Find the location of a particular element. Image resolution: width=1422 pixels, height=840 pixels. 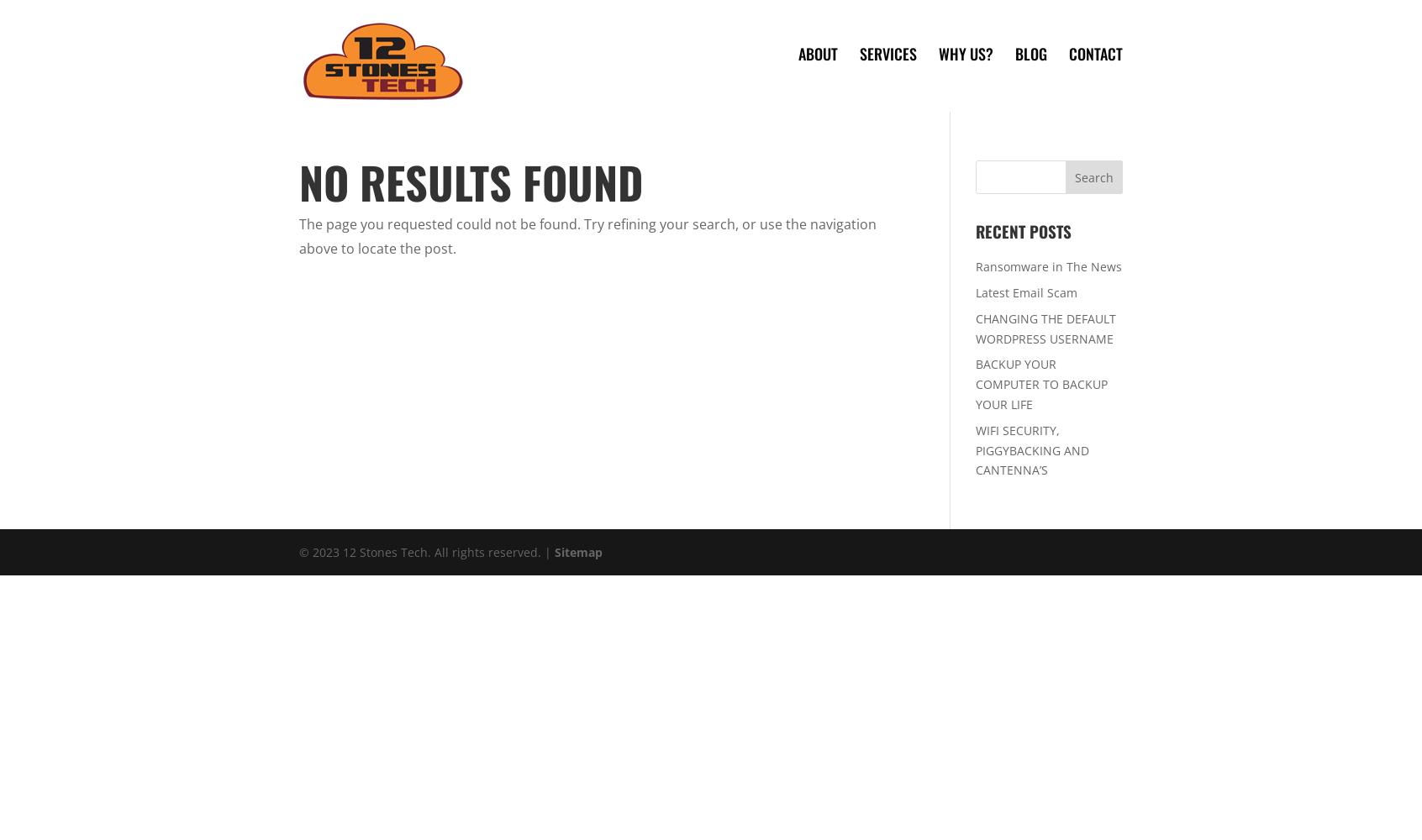

'Services' is located at coordinates (887, 53).